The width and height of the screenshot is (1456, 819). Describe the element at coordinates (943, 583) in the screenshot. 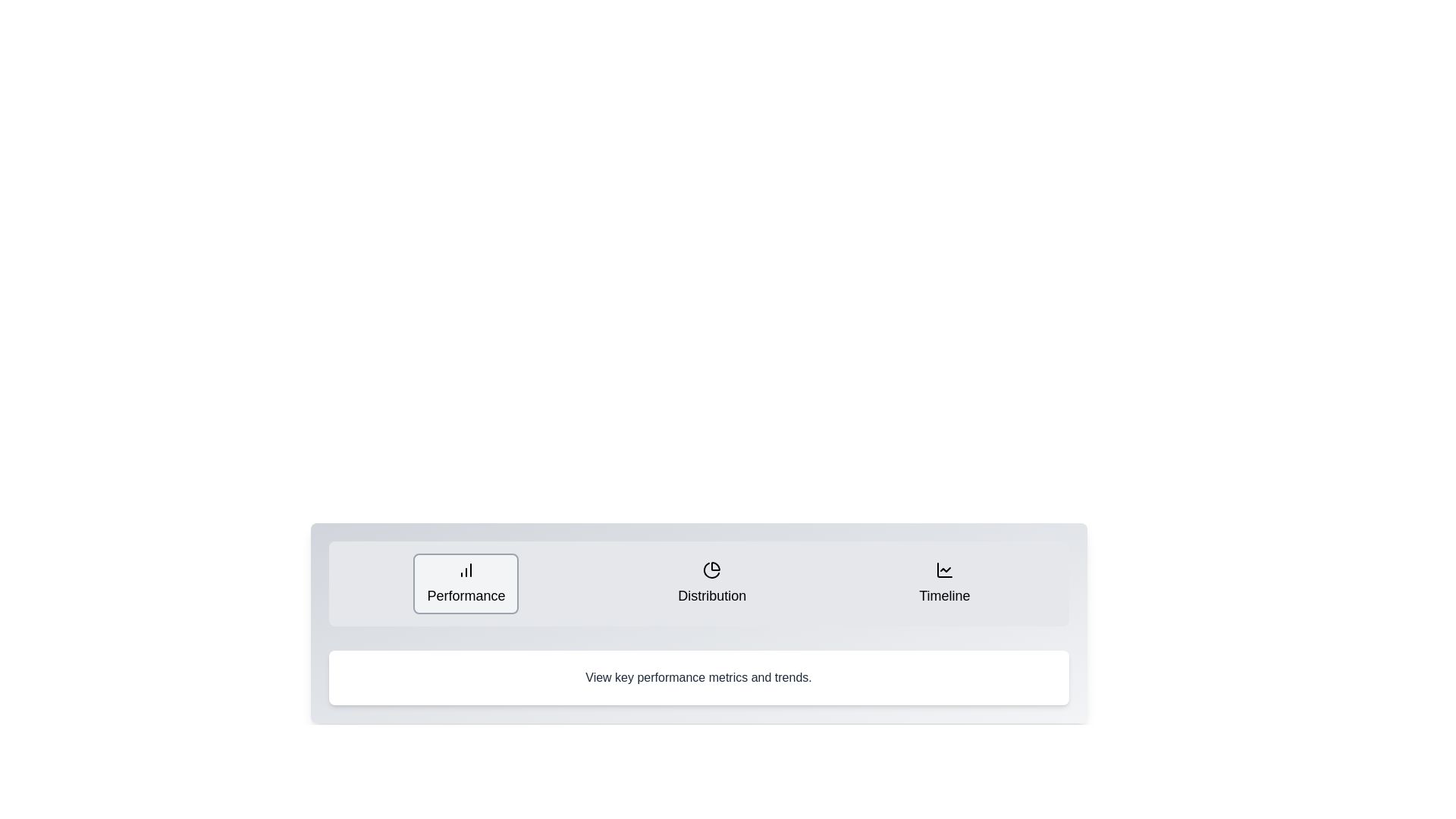

I see `the Timeline tab` at that location.